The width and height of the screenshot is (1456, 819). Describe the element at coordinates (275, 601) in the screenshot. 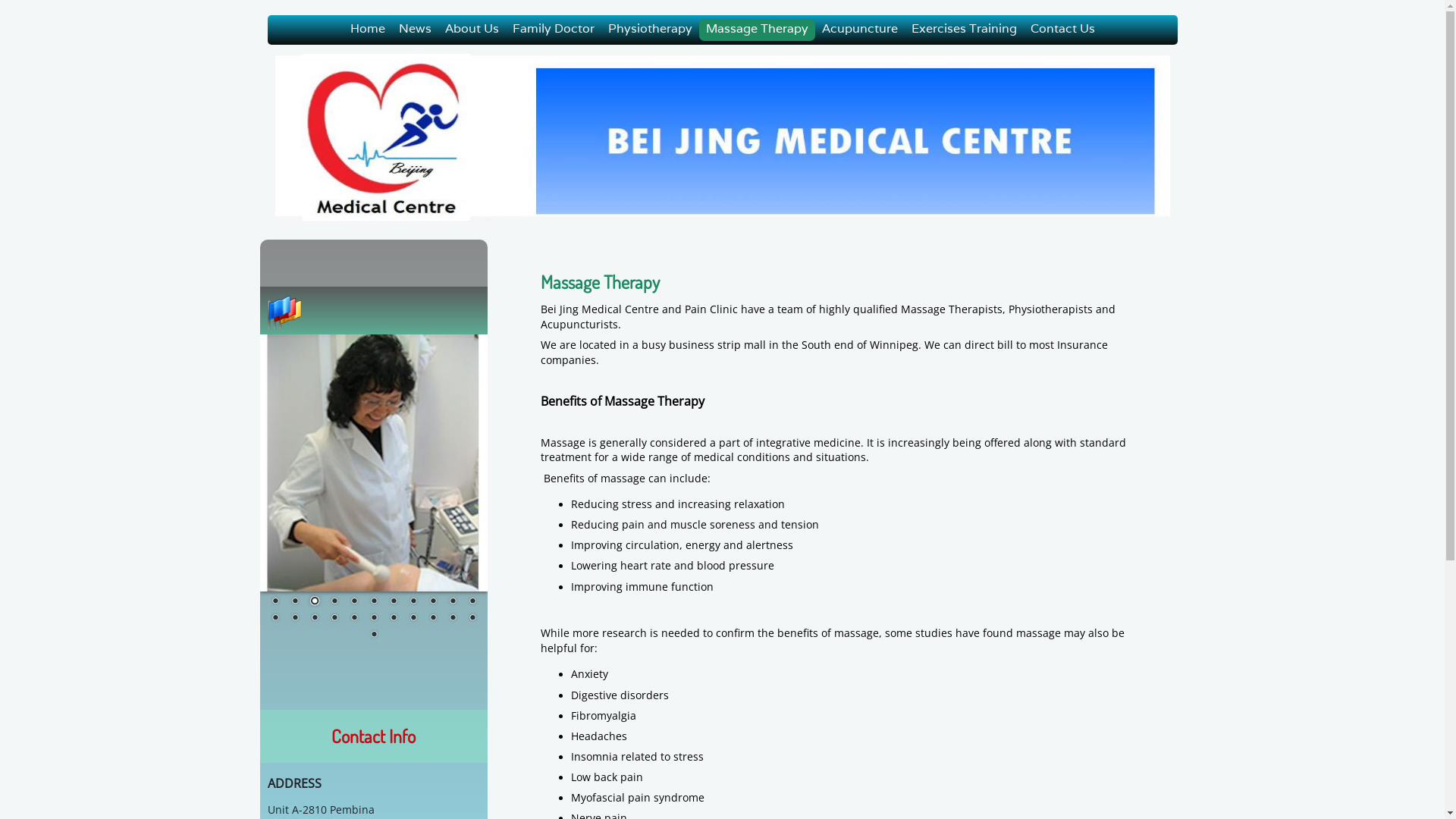

I see `'1'` at that location.